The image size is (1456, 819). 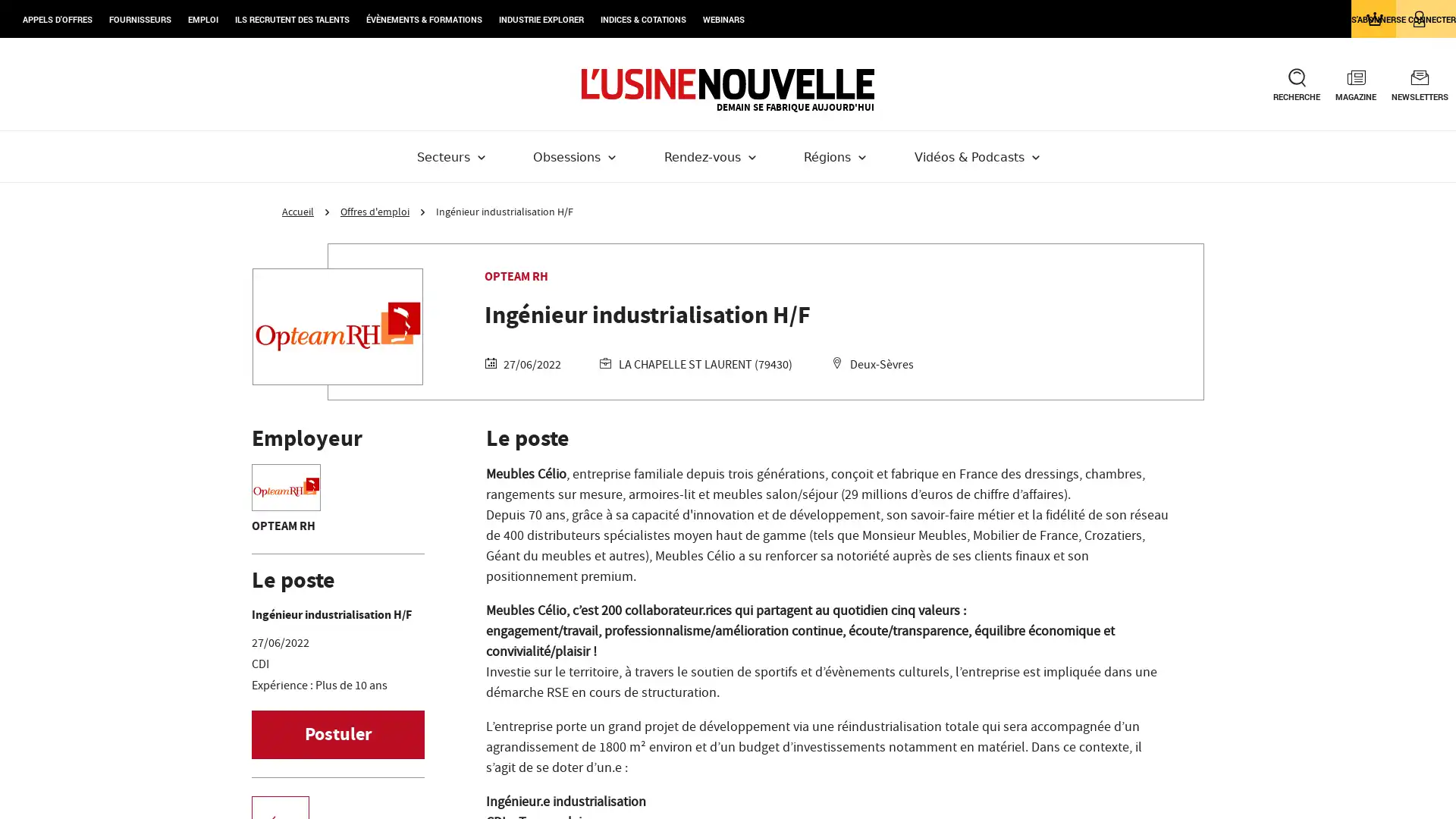 I want to click on Agree to our data processing and close, so click(x=795, y=547).